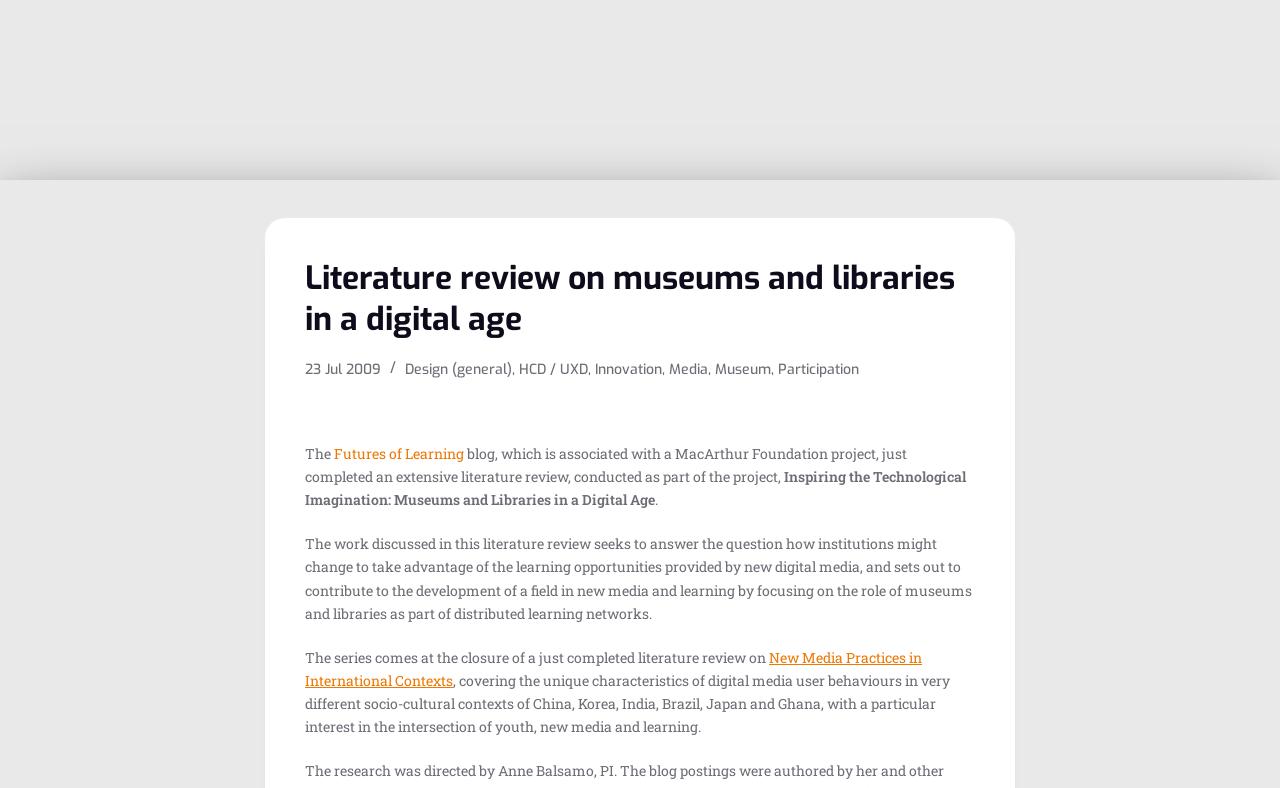 This screenshot has width=1280, height=788. I want to click on 'Mobile experiences in art museums', so click(455, 66).